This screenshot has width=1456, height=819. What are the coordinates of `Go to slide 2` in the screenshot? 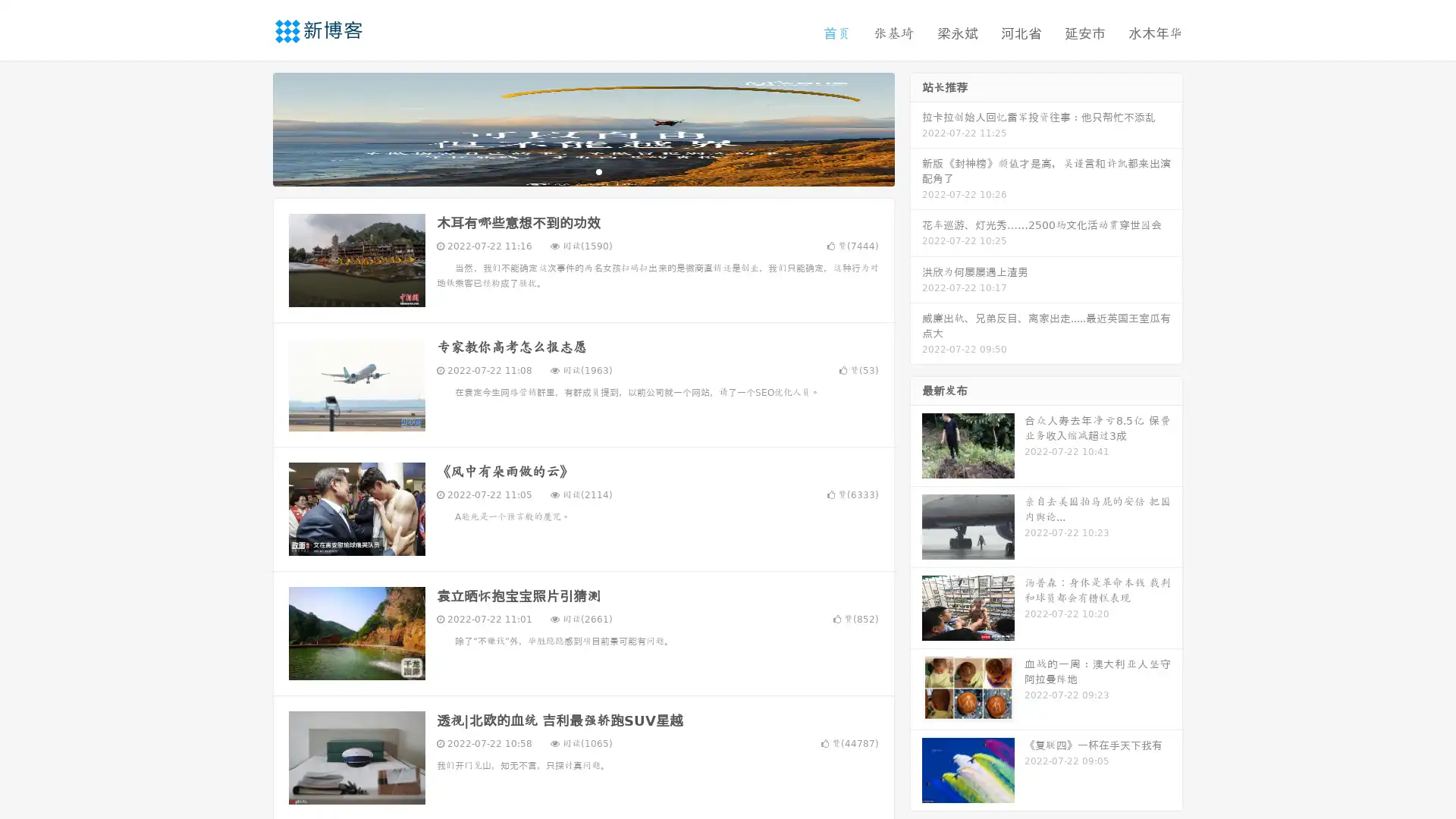 It's located at (582, 171).